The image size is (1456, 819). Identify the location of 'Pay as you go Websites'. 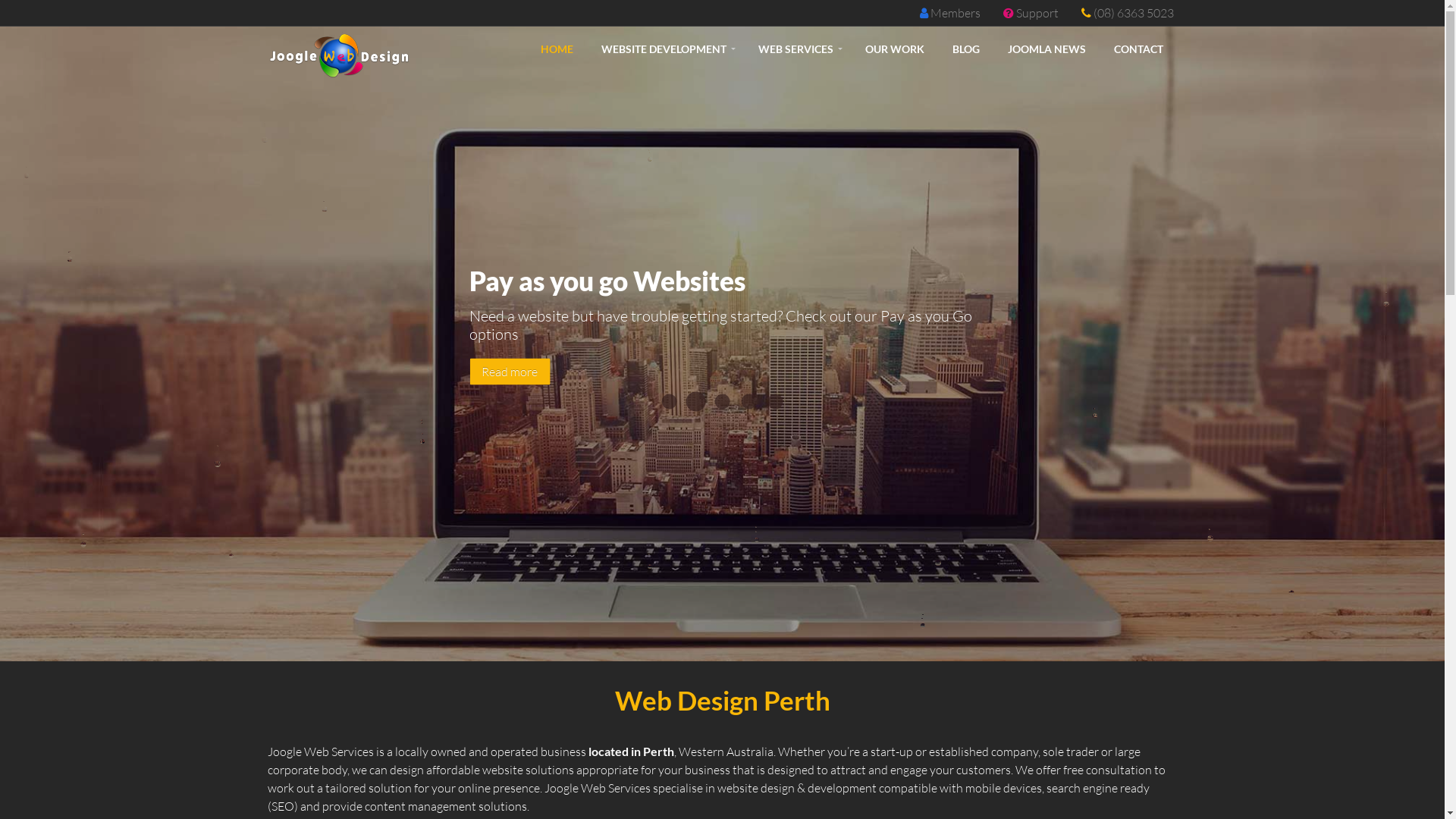
(684, 397).